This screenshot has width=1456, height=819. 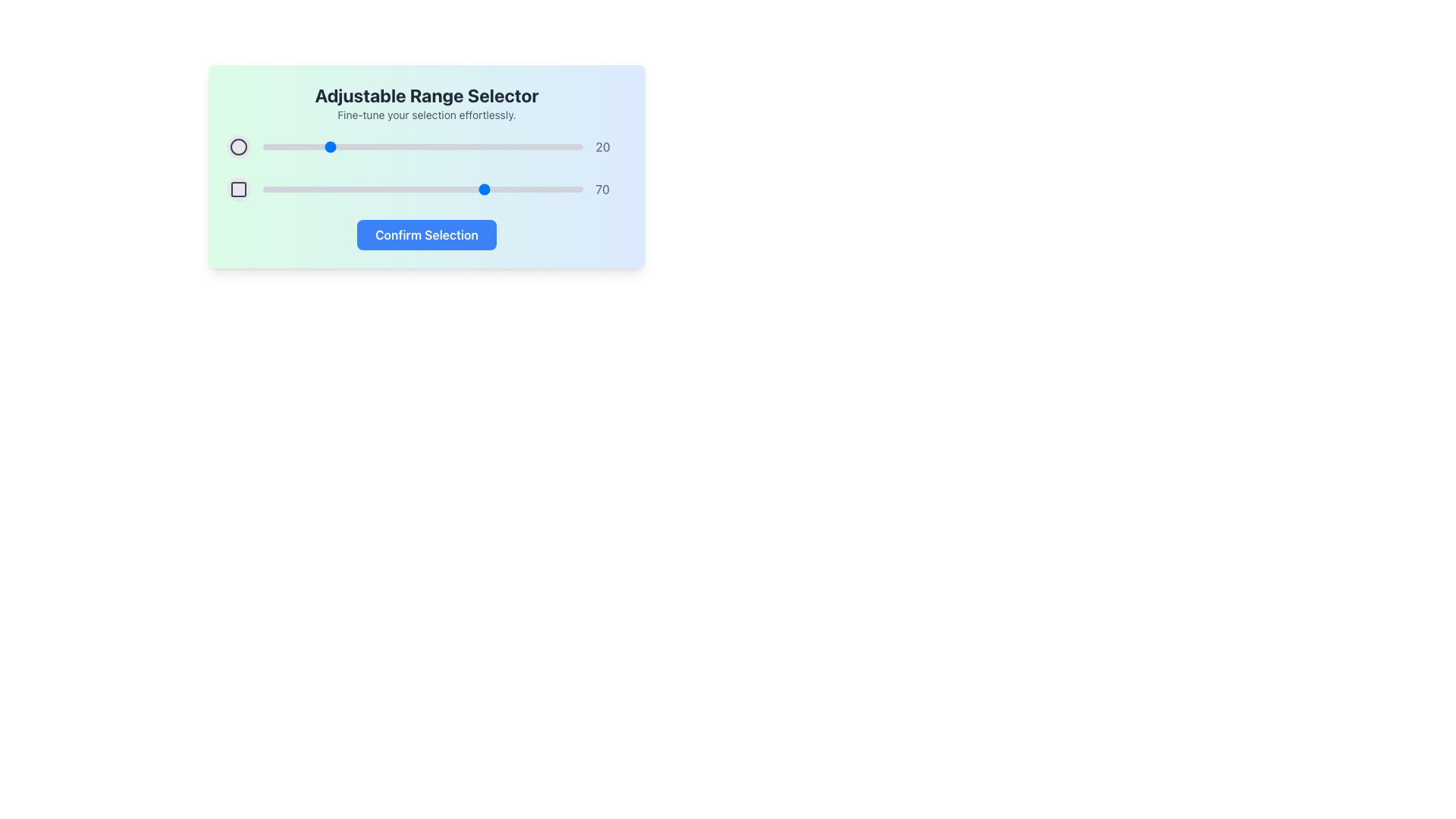 What do you see at coordinates (560, 189) in the screenshot?
I see `the slider` at bounding box center [560, 189].